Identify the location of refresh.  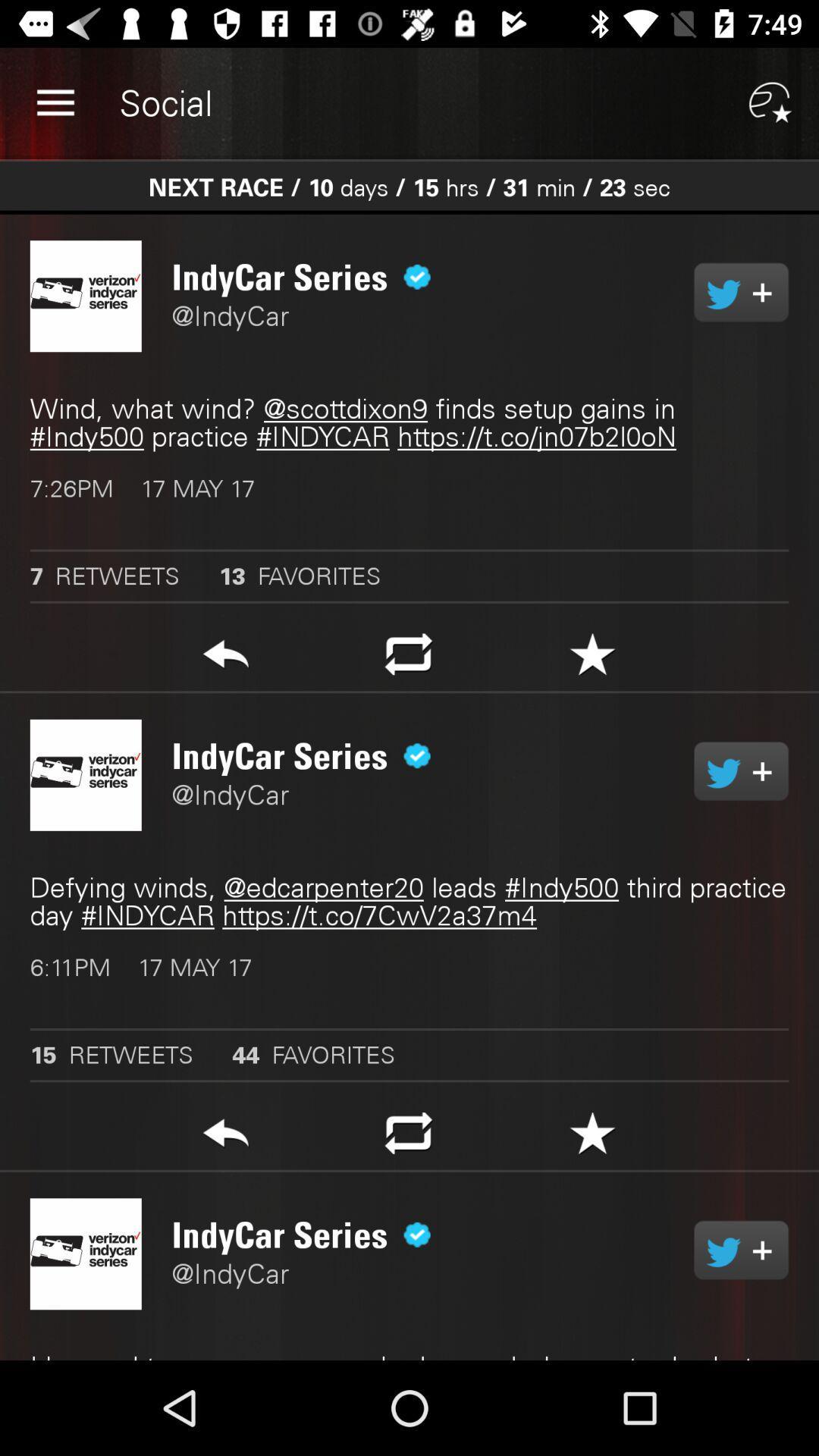
(408, 658).